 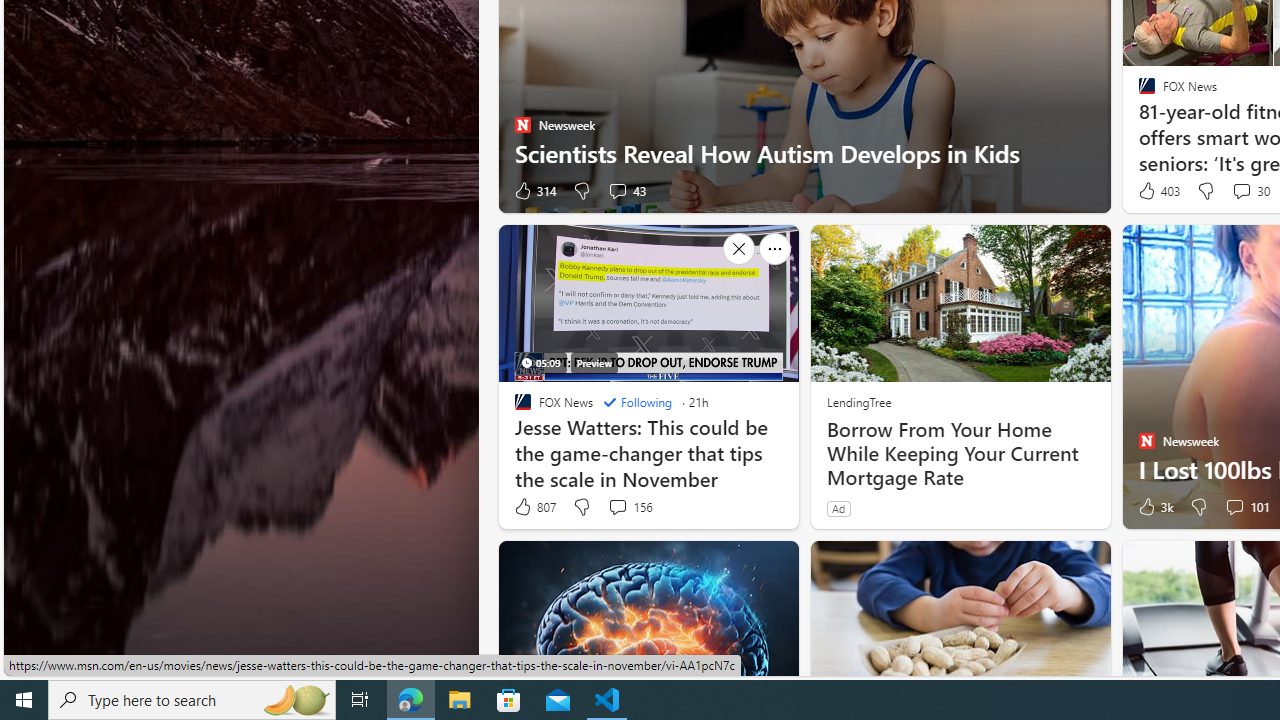 What do you see at coordinates (1240, 190) in the screenshot?
I see `'View comments 30 Comment'` at bounding box center [1240, 190].